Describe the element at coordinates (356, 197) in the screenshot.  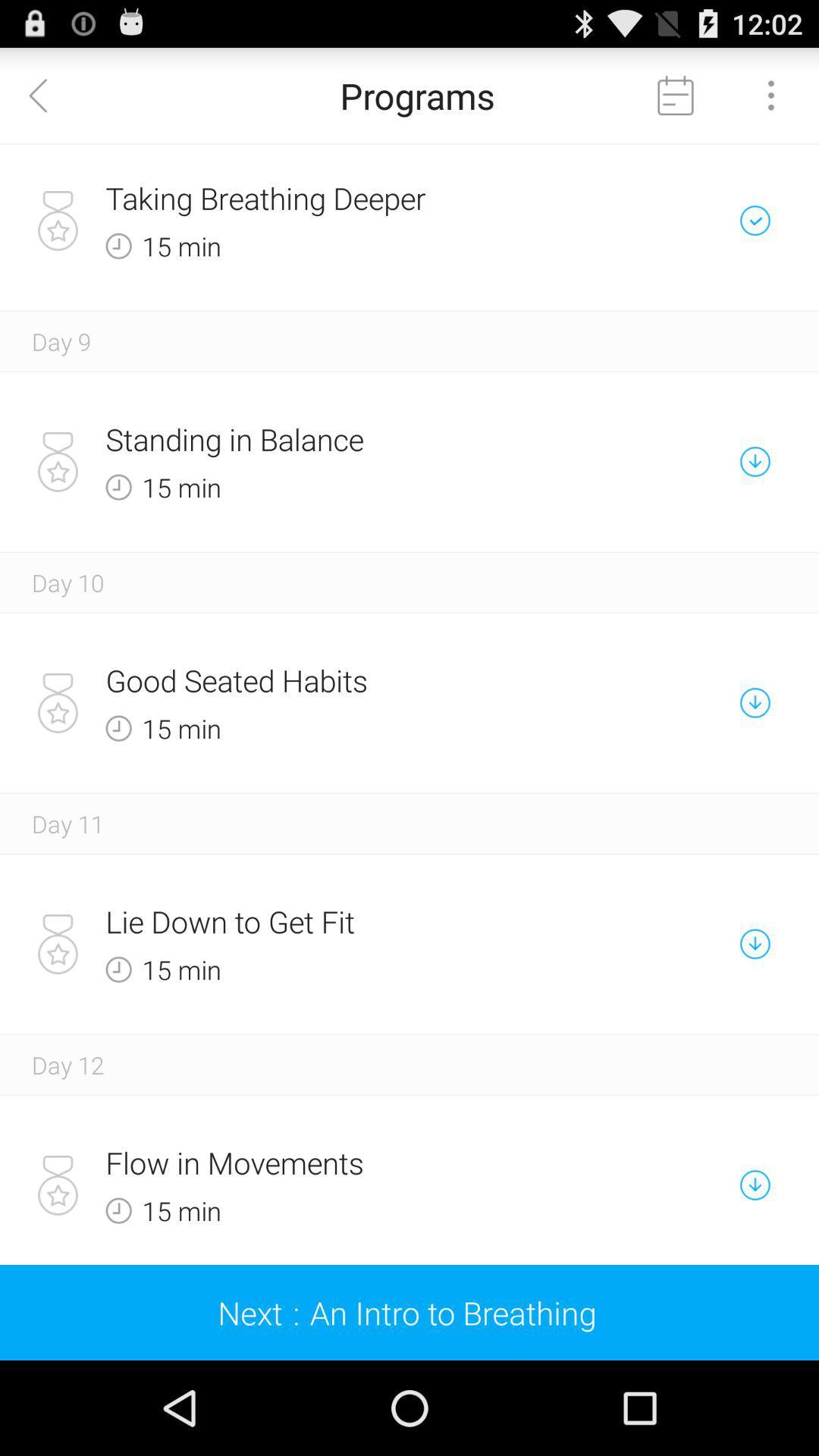
I see `the item above 15 min item` at that location.